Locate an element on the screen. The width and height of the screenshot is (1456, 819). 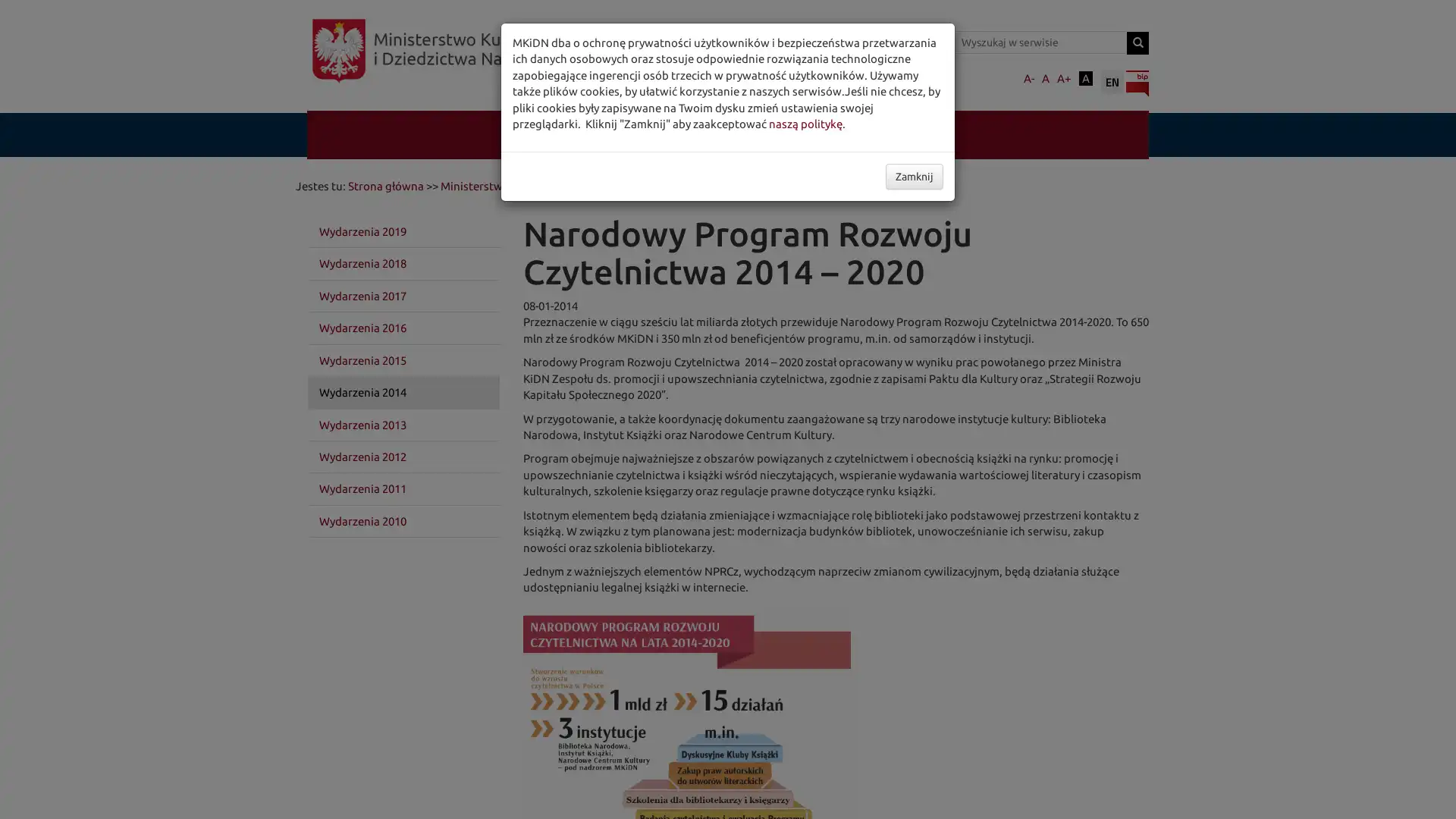
Zamknij is located at coordinates (913, 174).